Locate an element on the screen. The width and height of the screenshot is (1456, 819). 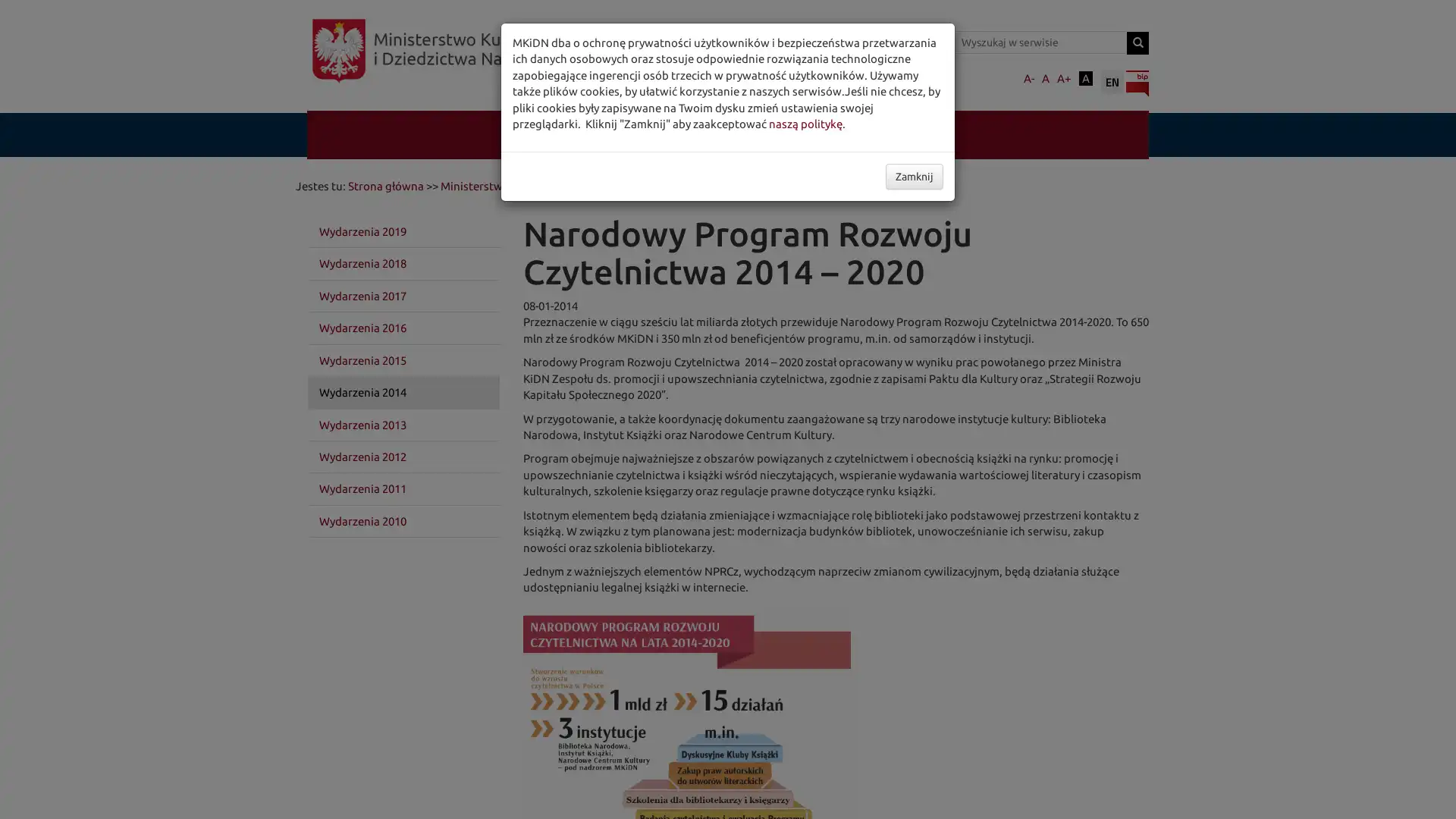
Zamknij is located at coordinates (913, 174).